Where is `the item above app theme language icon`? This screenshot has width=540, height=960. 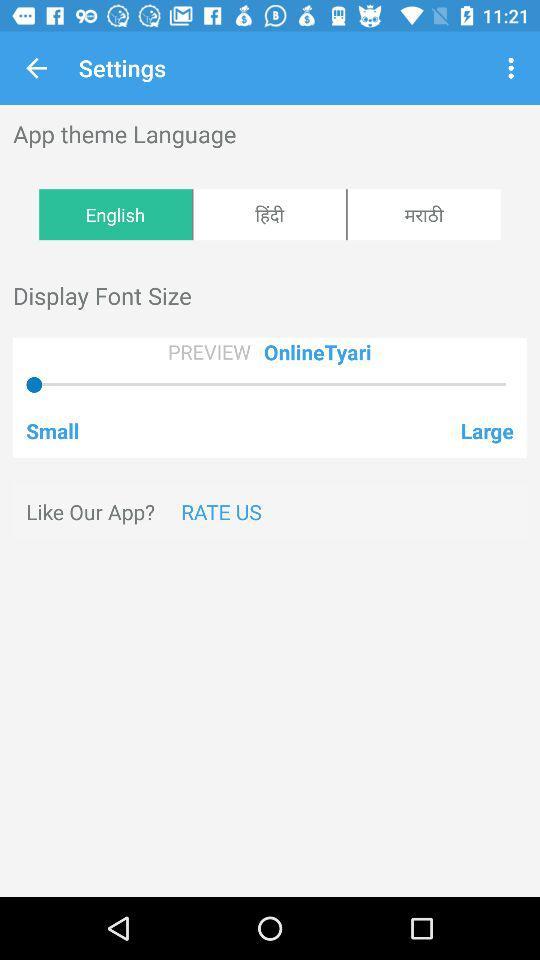
the item above app theme language icon is located at coordinates (36, 68).